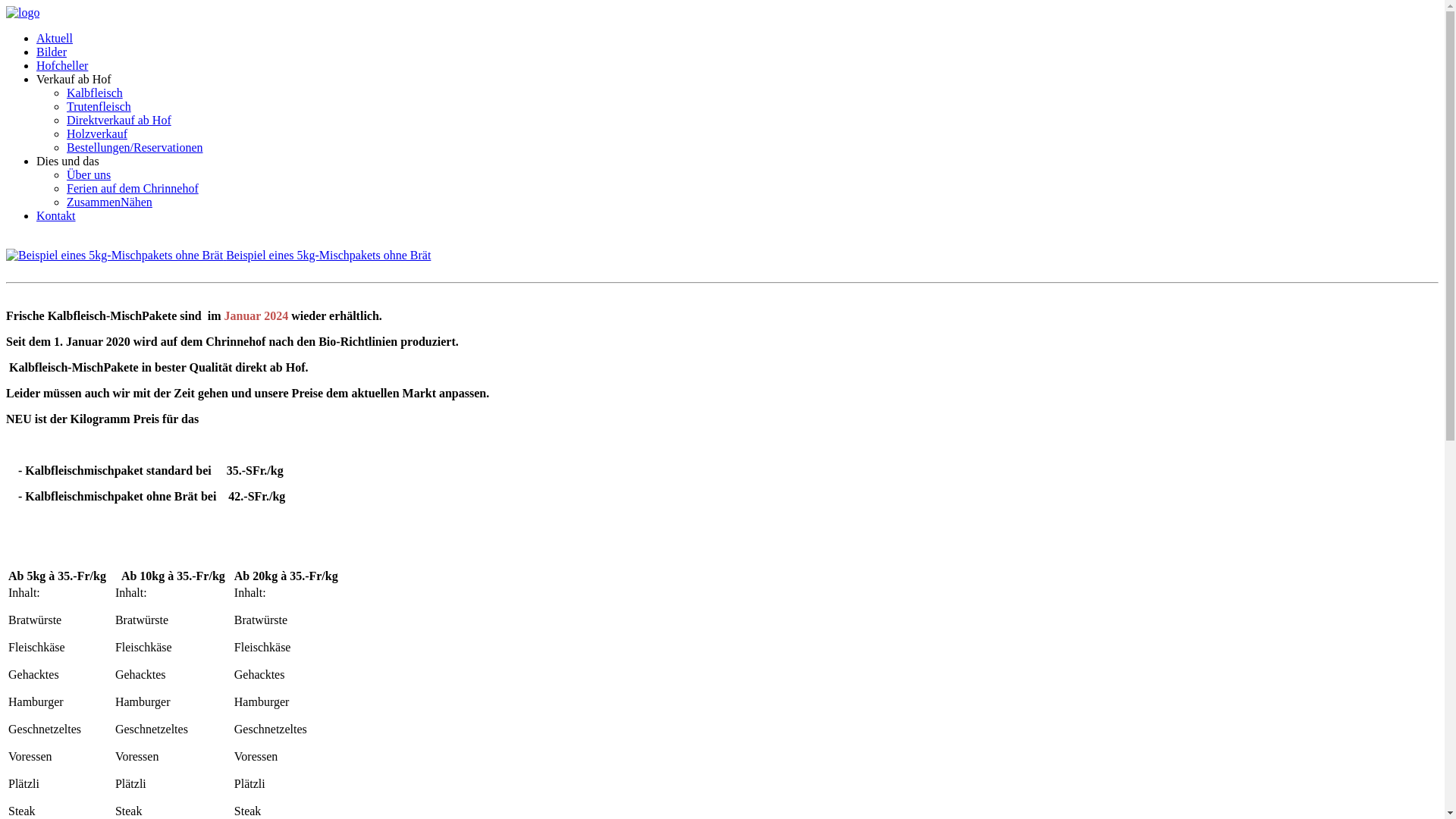 The height and width of the screenshot is (819, 1456). What do you see at coordinates (134, 147) in the screenshot?
I see `'Bestellungen/Reservationen'` at bounding box center [134, 147].